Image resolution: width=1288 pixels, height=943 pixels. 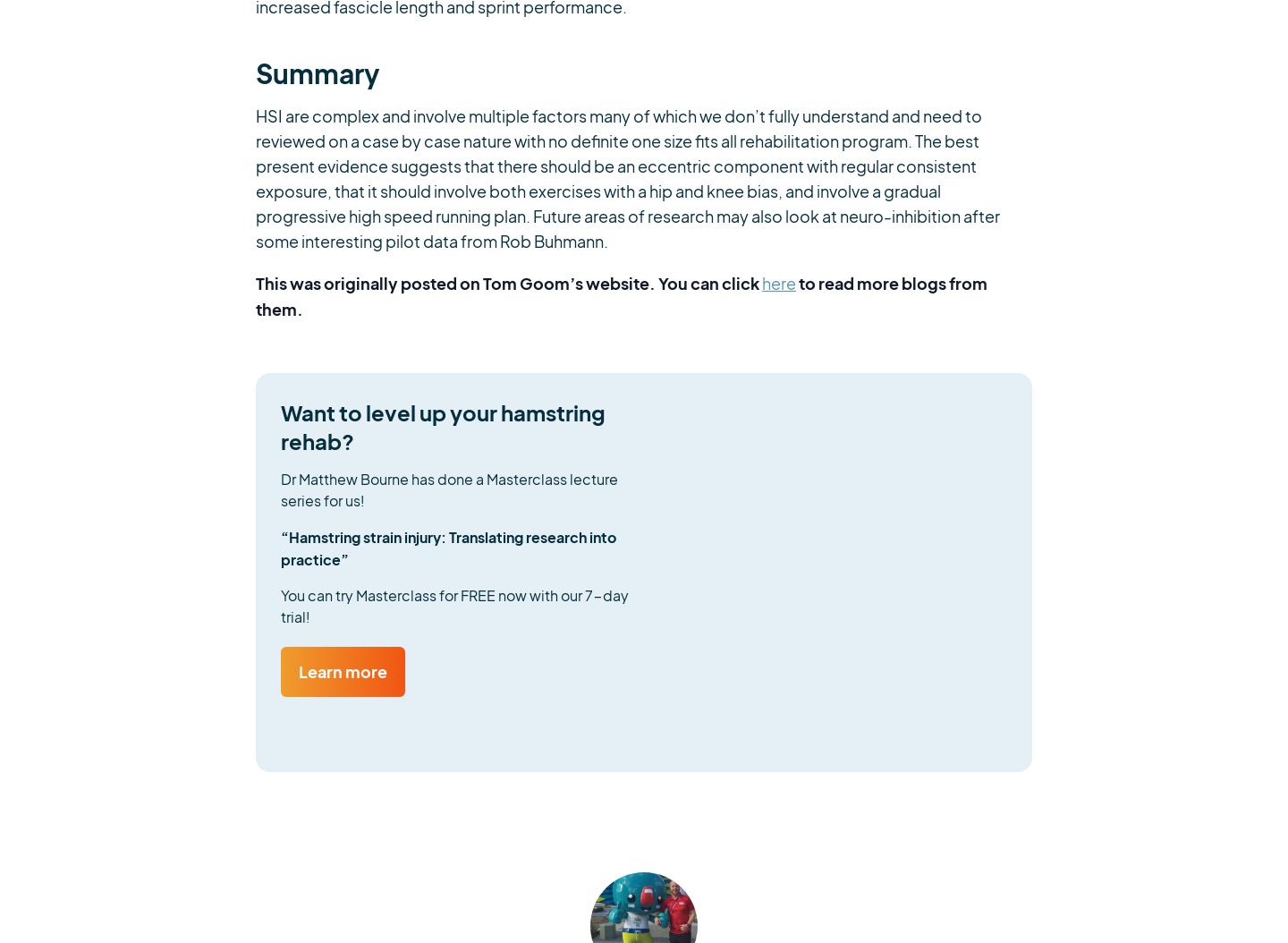 I want to click on 'here', so click(x=778, y=282).